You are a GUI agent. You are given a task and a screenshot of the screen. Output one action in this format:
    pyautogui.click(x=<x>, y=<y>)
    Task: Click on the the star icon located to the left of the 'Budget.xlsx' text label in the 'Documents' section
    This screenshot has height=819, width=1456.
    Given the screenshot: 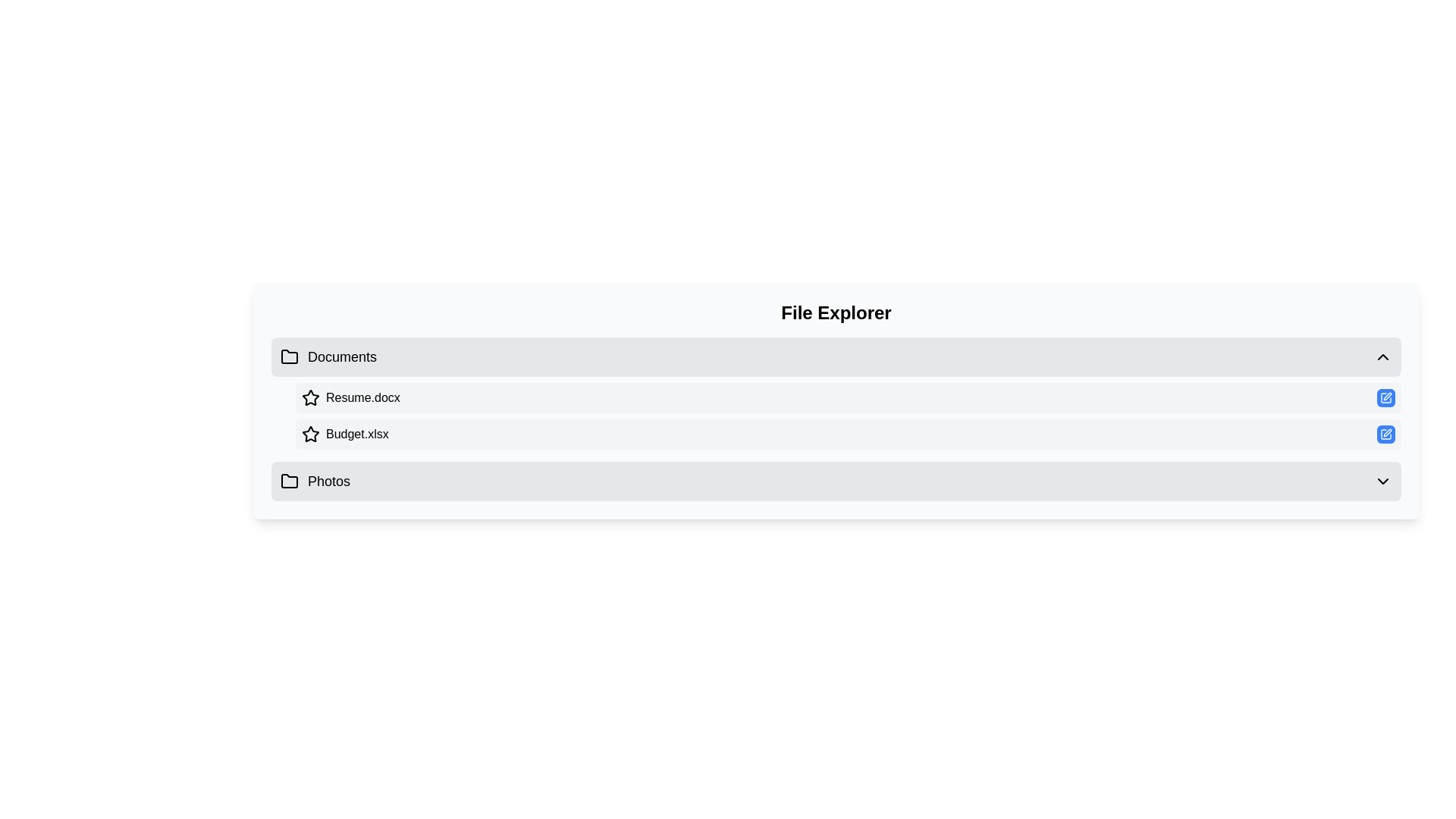 What is the action you would take?
    pyautogui.click(x=309, y=435)
    